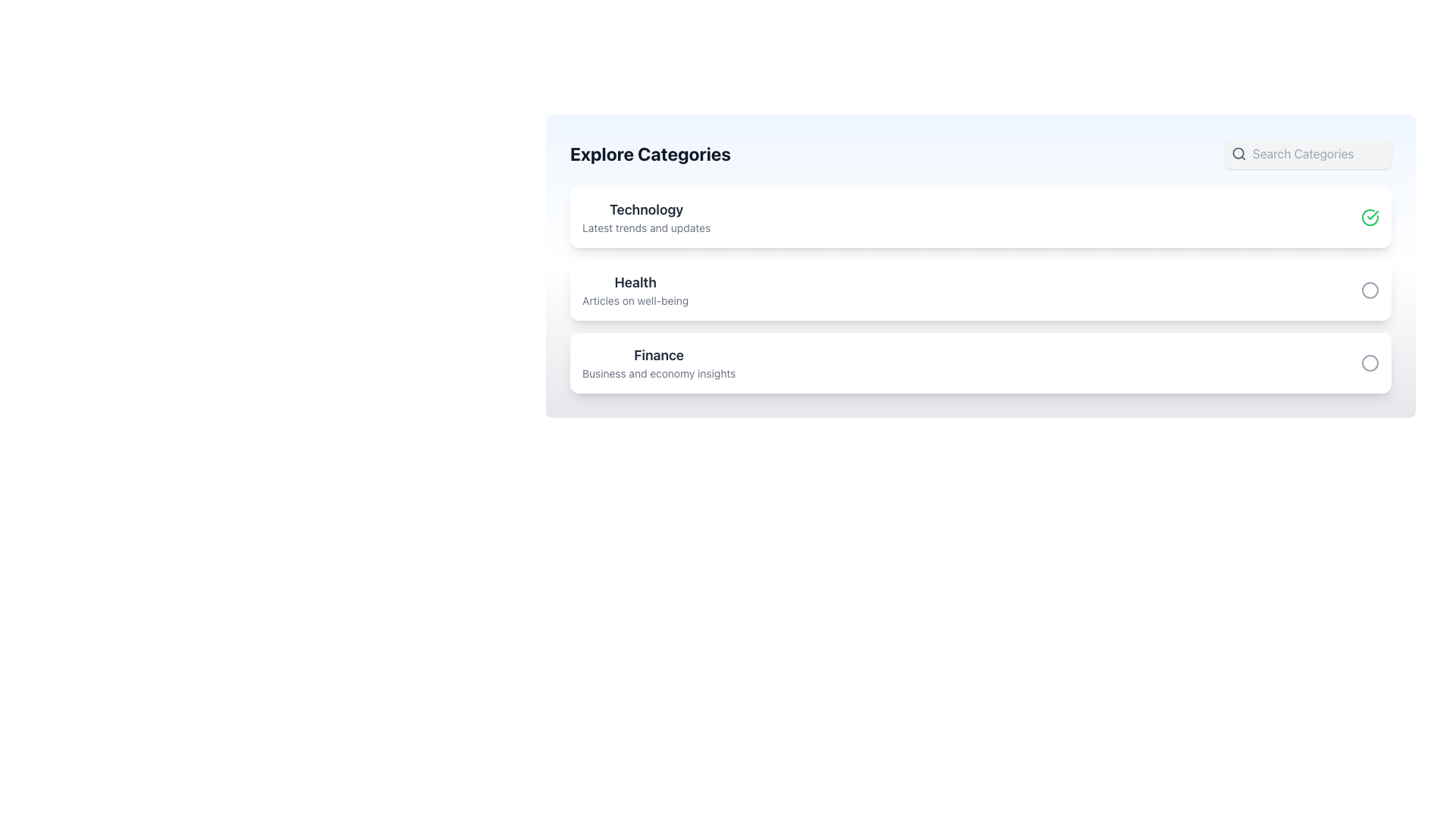 Image resolution: width=1456 pixels, height=819 pixels. I want to click on the icon located at the top-right corner of the 'Technology' category card to confirm selection of the associated category, so click(1370, 217).